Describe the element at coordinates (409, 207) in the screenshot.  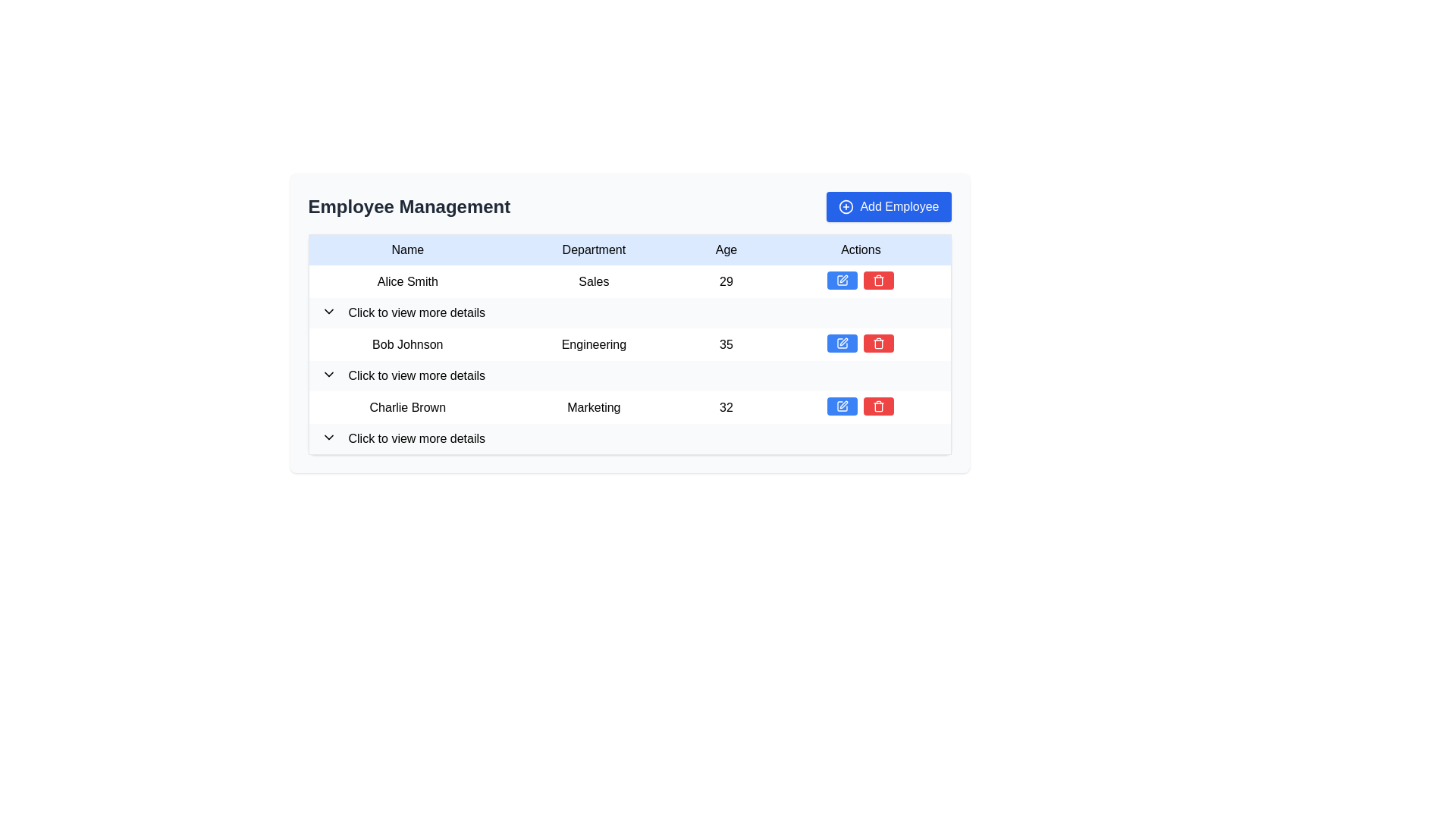
I see `the large, bold, dark gray text labeled 'Employee Management', which is located to the left of the 'Add Employee' button` at that location.